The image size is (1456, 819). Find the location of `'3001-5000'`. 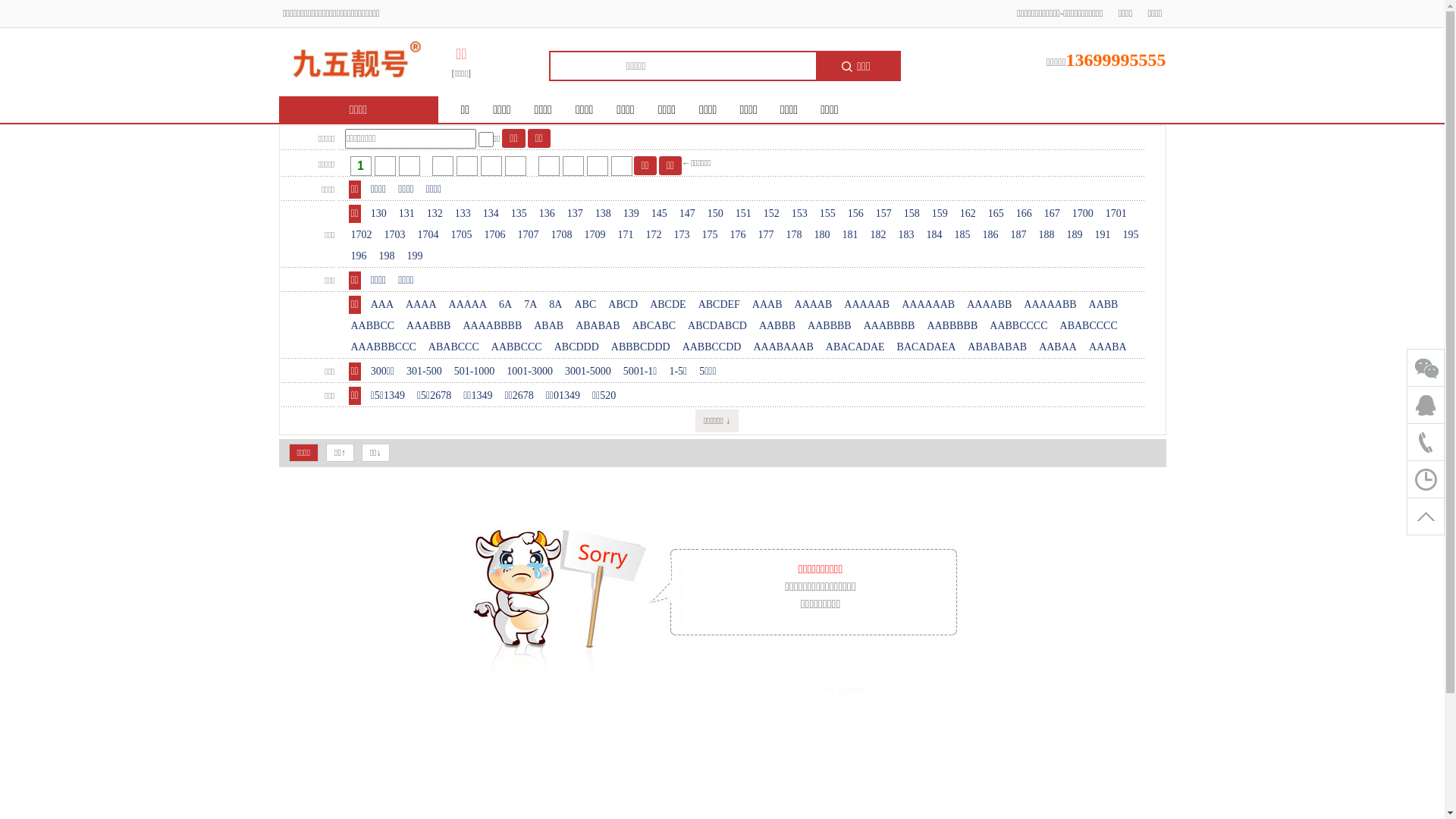

'3001-5000' is located at coordinates (587, 371).